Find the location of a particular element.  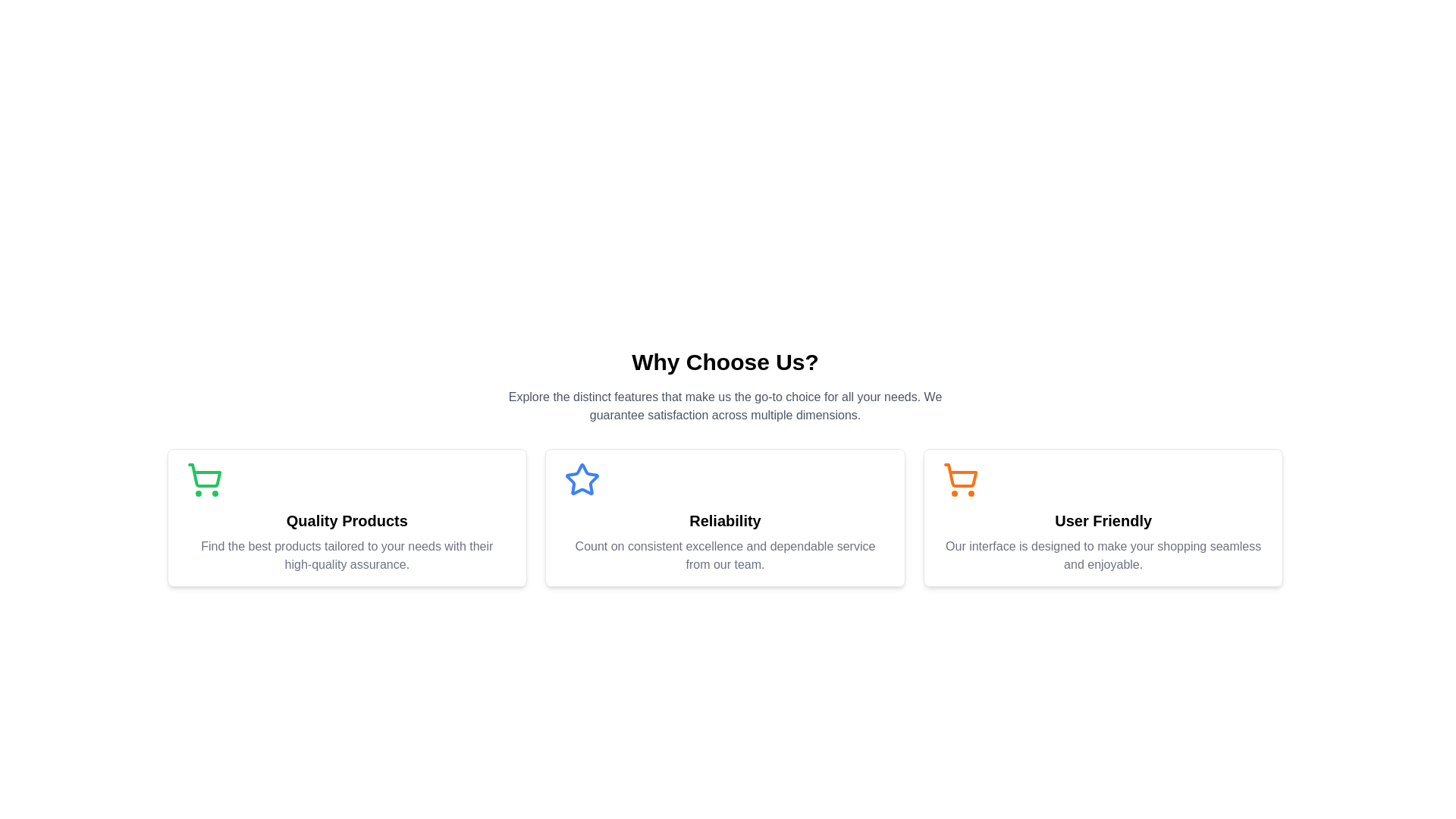

static text block providing introductory description below the heading 'Why Choose Us?' is located at coordinates (724, 406).